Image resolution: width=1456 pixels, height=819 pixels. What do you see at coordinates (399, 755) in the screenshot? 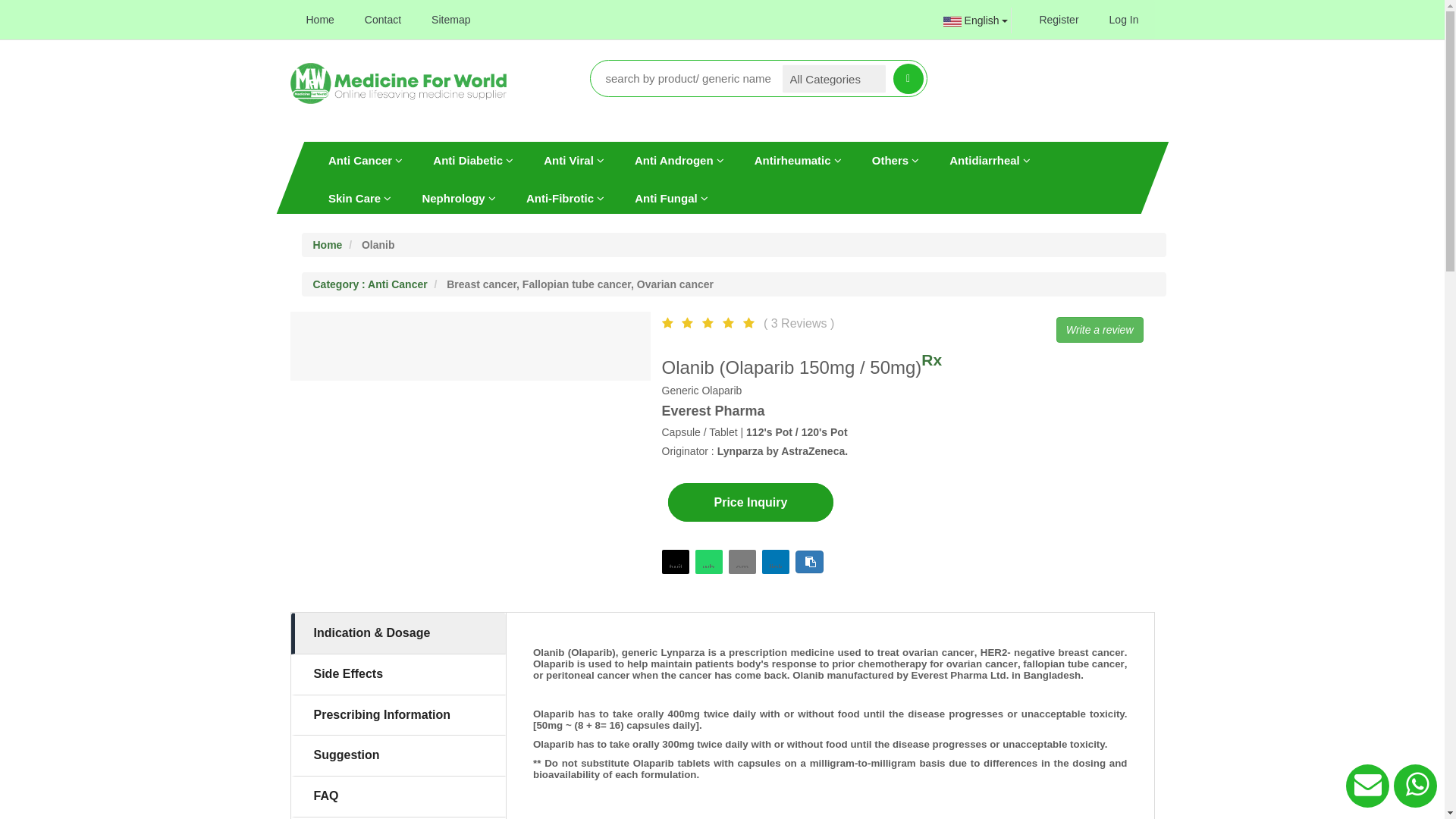
I see `'Suggestion'` at bounding box center [399, 755].